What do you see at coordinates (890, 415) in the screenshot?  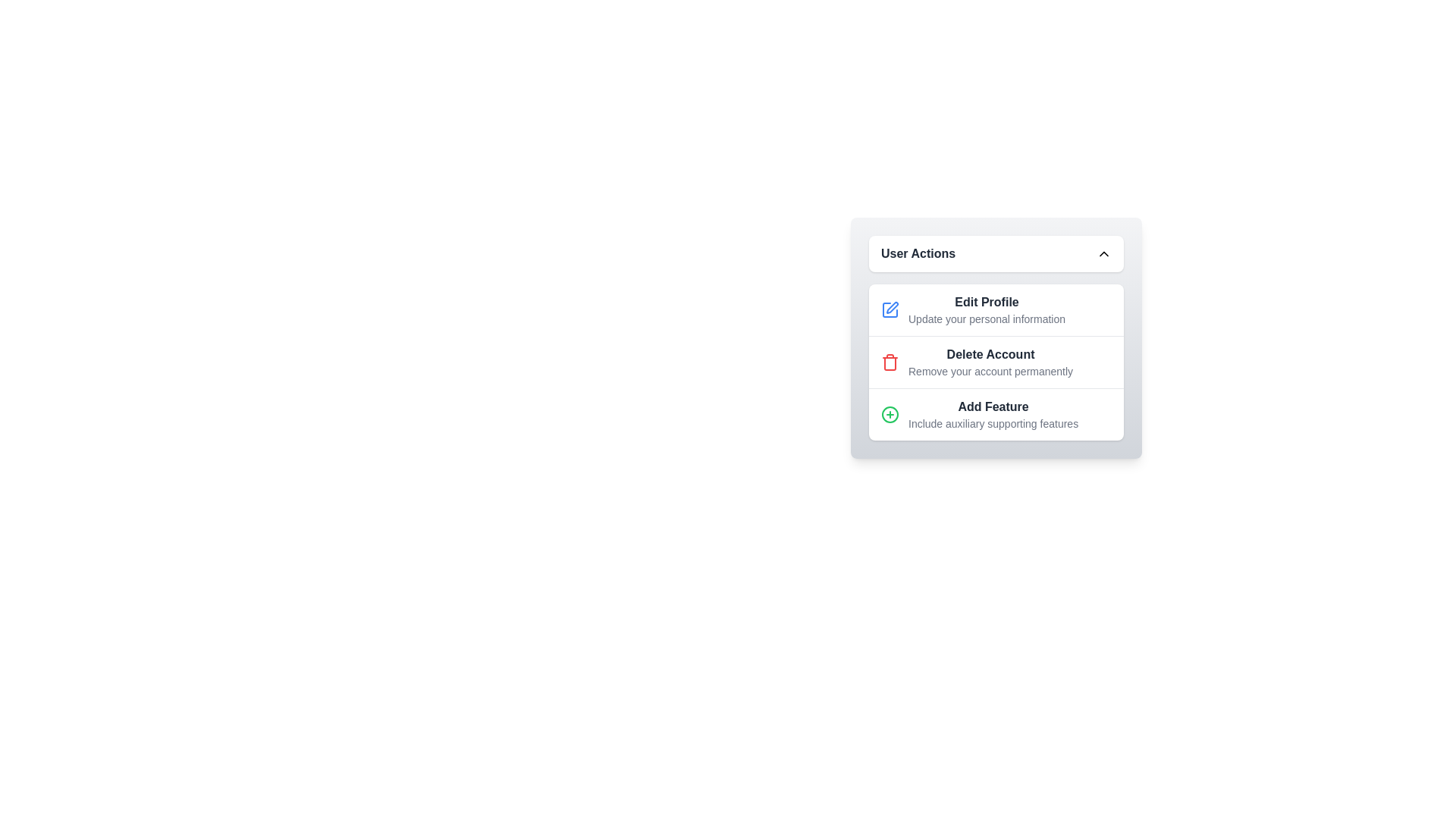 I see `the circular icon representing the 'Add Feature' action in the bottom section of the 'User Actions' panel` at bounding box center [890, 415].